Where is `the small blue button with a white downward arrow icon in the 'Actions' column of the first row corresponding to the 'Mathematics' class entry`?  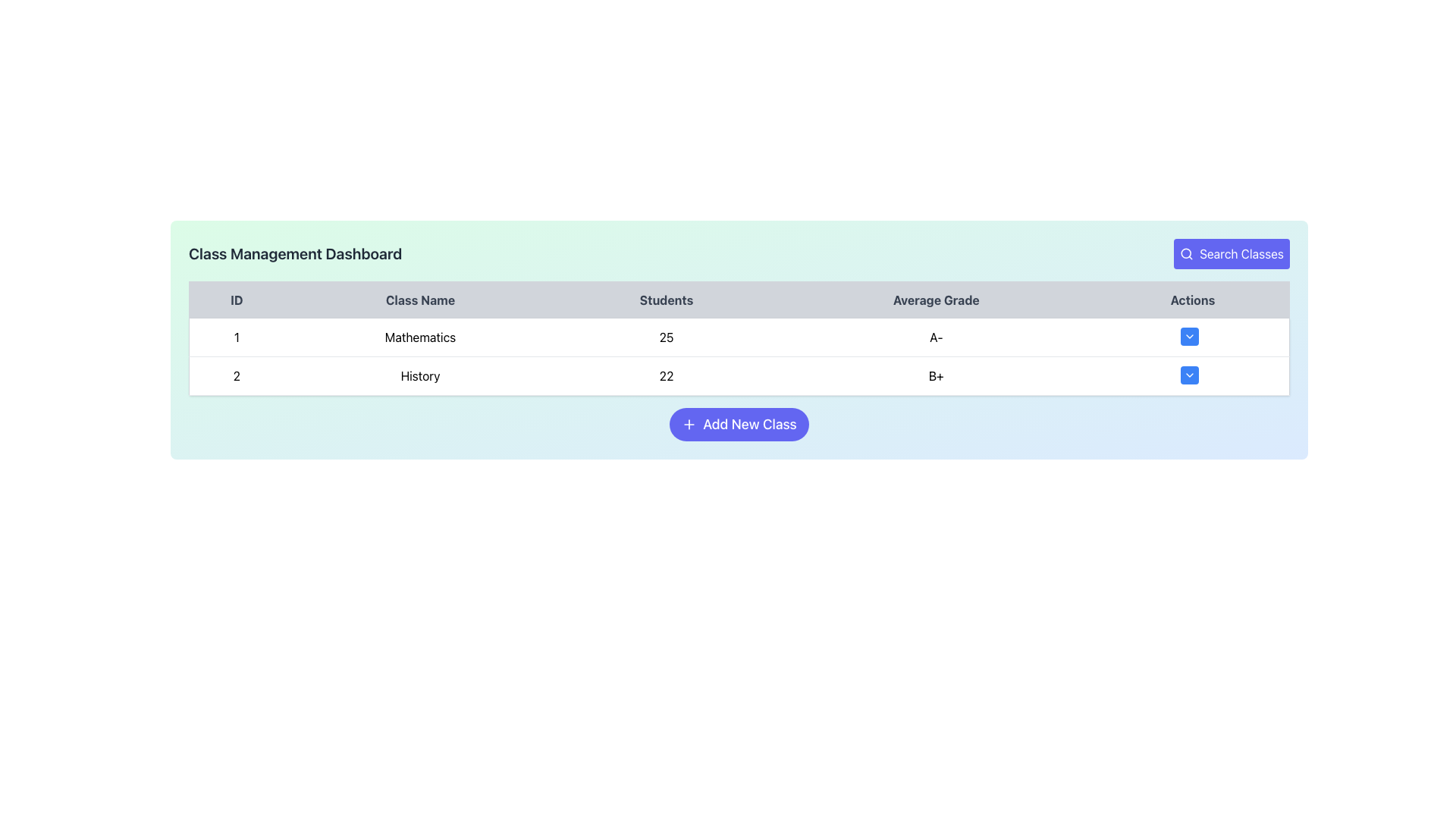 the small blue button with a white downward arrow icon in the 'Actions' column of the first row corresponding to the 'Mathematics' class entry is located at coordinates (1192, 337).